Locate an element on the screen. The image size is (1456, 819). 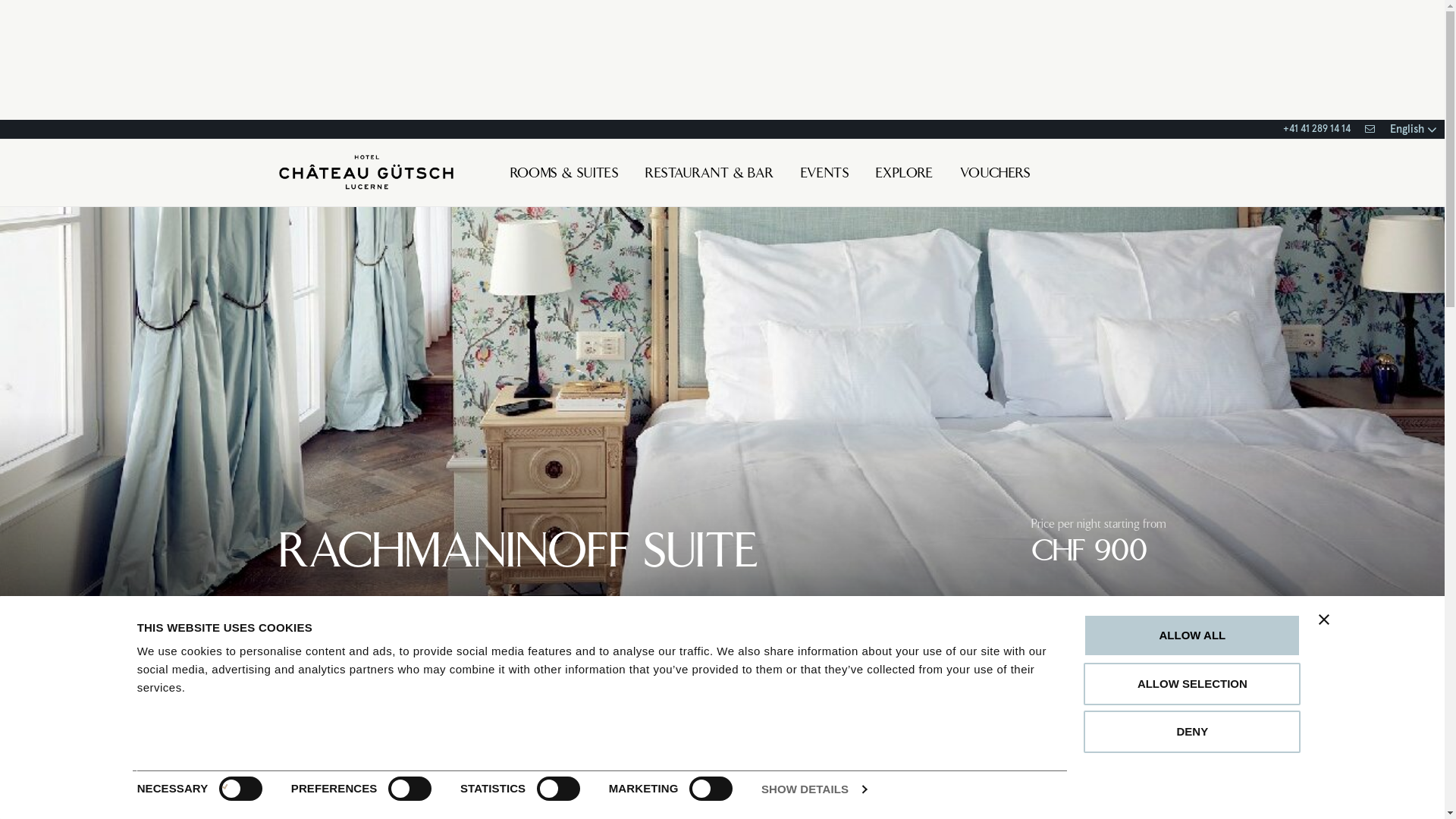
'SHOW DETAILS' is located at coordinates (813, 789).